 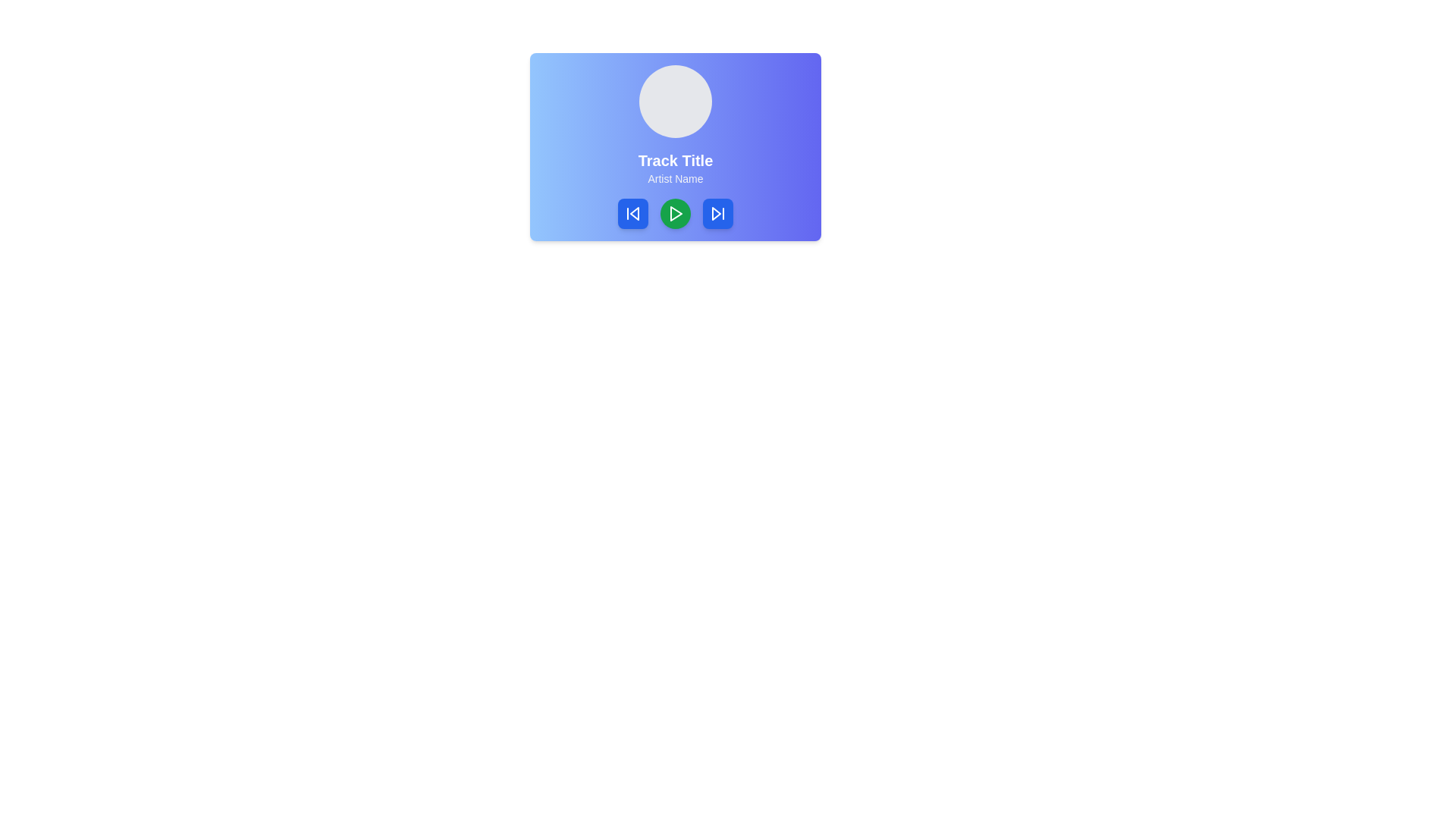 What do you see at coordinates (675, 177) in the screenshot?
I see `the text label displaying 'Artist Name' which is styled in a small gray font and located below the 'Track Title' in a centered layout` at bounding box center [675, 177].